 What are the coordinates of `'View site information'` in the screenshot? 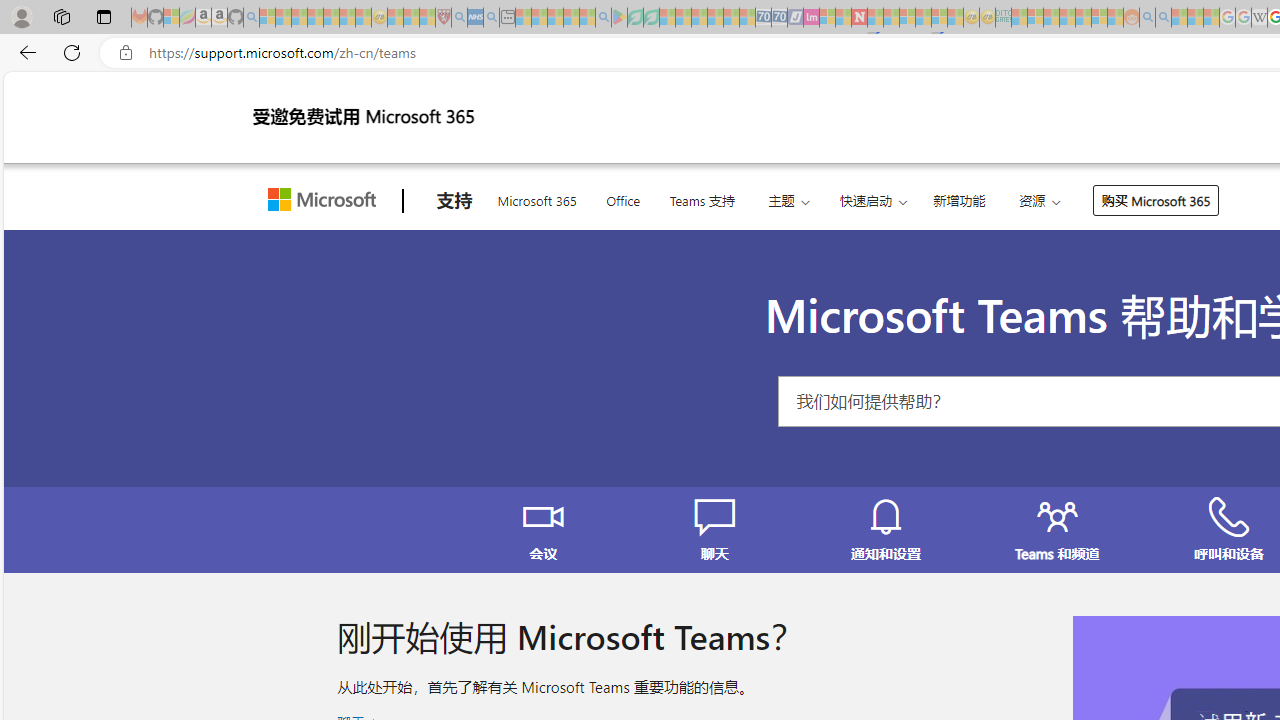 It's located at (125, 52).